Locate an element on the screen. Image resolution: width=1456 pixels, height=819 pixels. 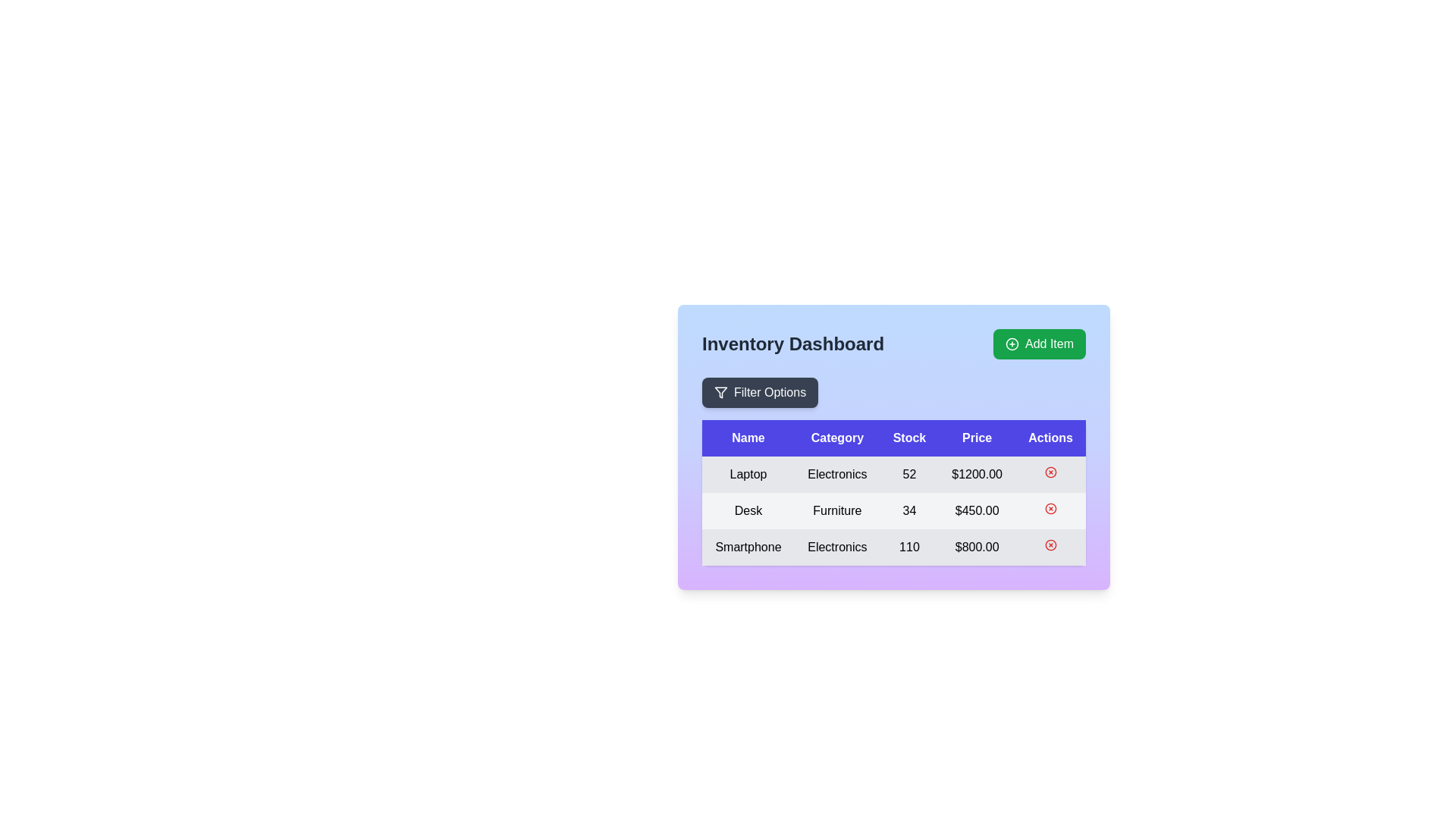
the second row of the inventory table, which contains the information 'Desk', 'Furniture', '34', and '$450.00', for reordering is located at coordinates (894, 511).